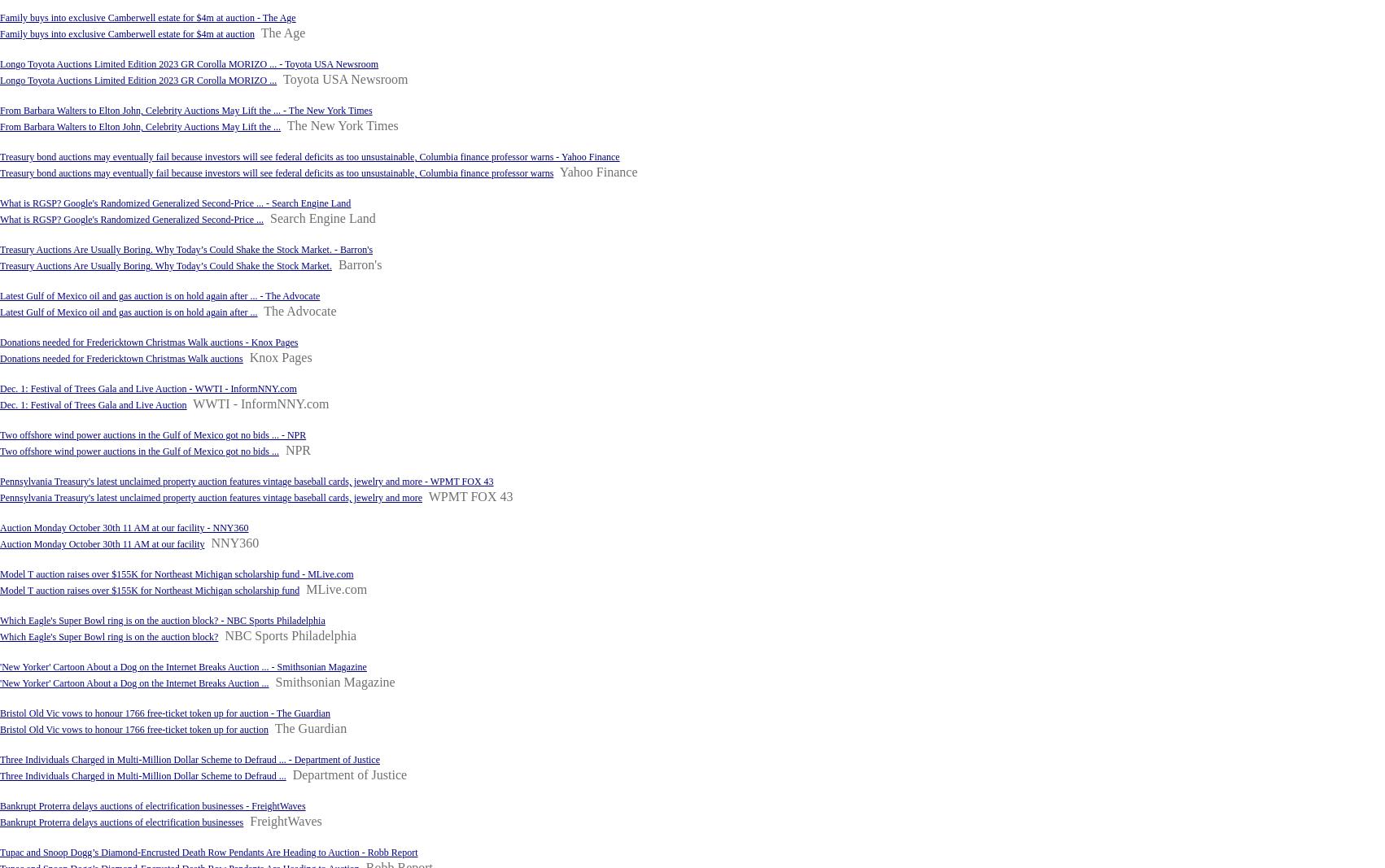 This screenshot has height=868, width=1385. I want to click on 'Latest Gulf of Mexico oil and gas auction is on hold again after ...', so click(127, 312).